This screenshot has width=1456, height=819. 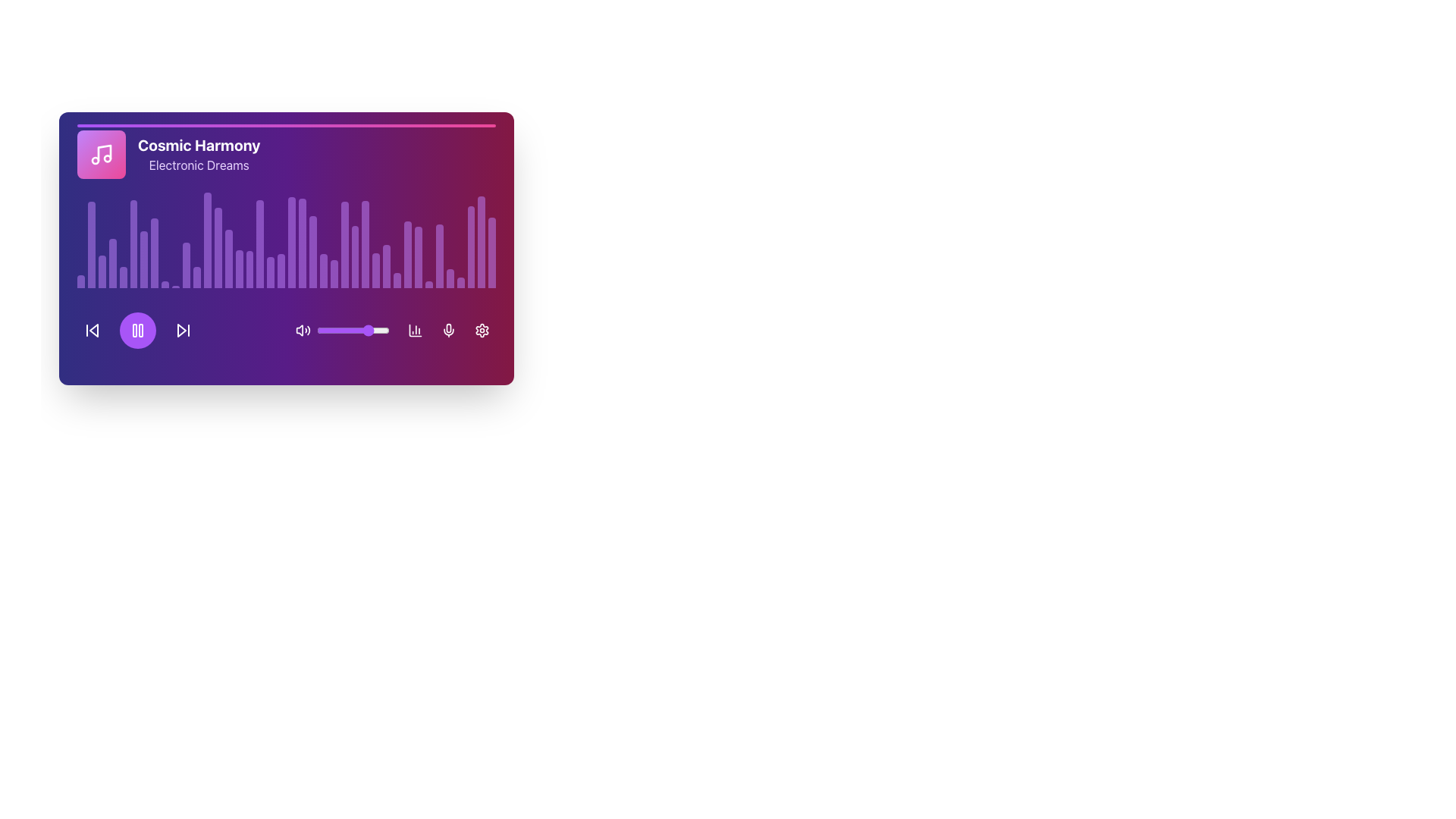 I want to click on the 15th vertical bar in the histogram visualization, which is light purple in color, so click(x=227, y=258).